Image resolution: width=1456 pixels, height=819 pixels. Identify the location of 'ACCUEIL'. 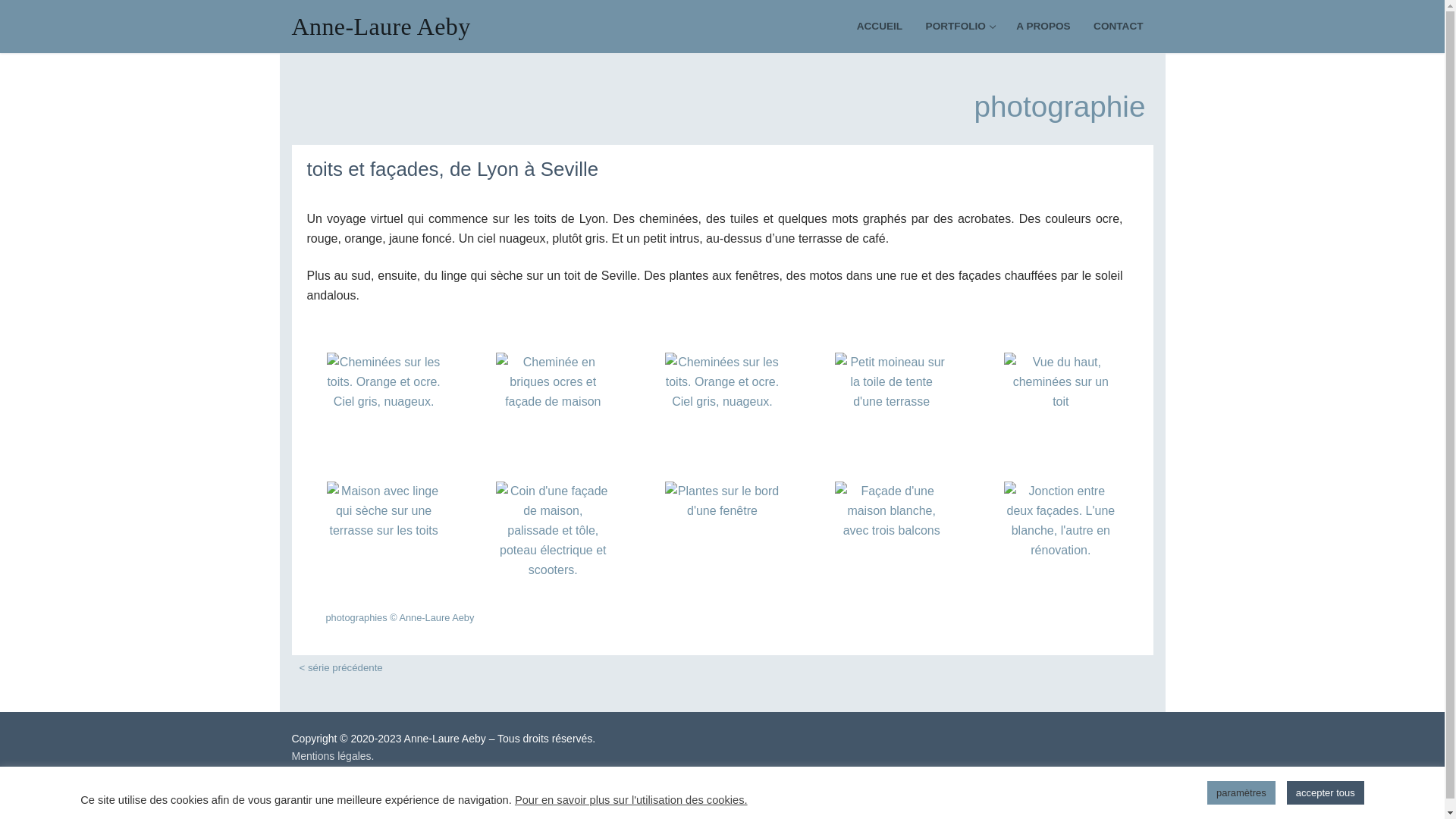
(880, 26).